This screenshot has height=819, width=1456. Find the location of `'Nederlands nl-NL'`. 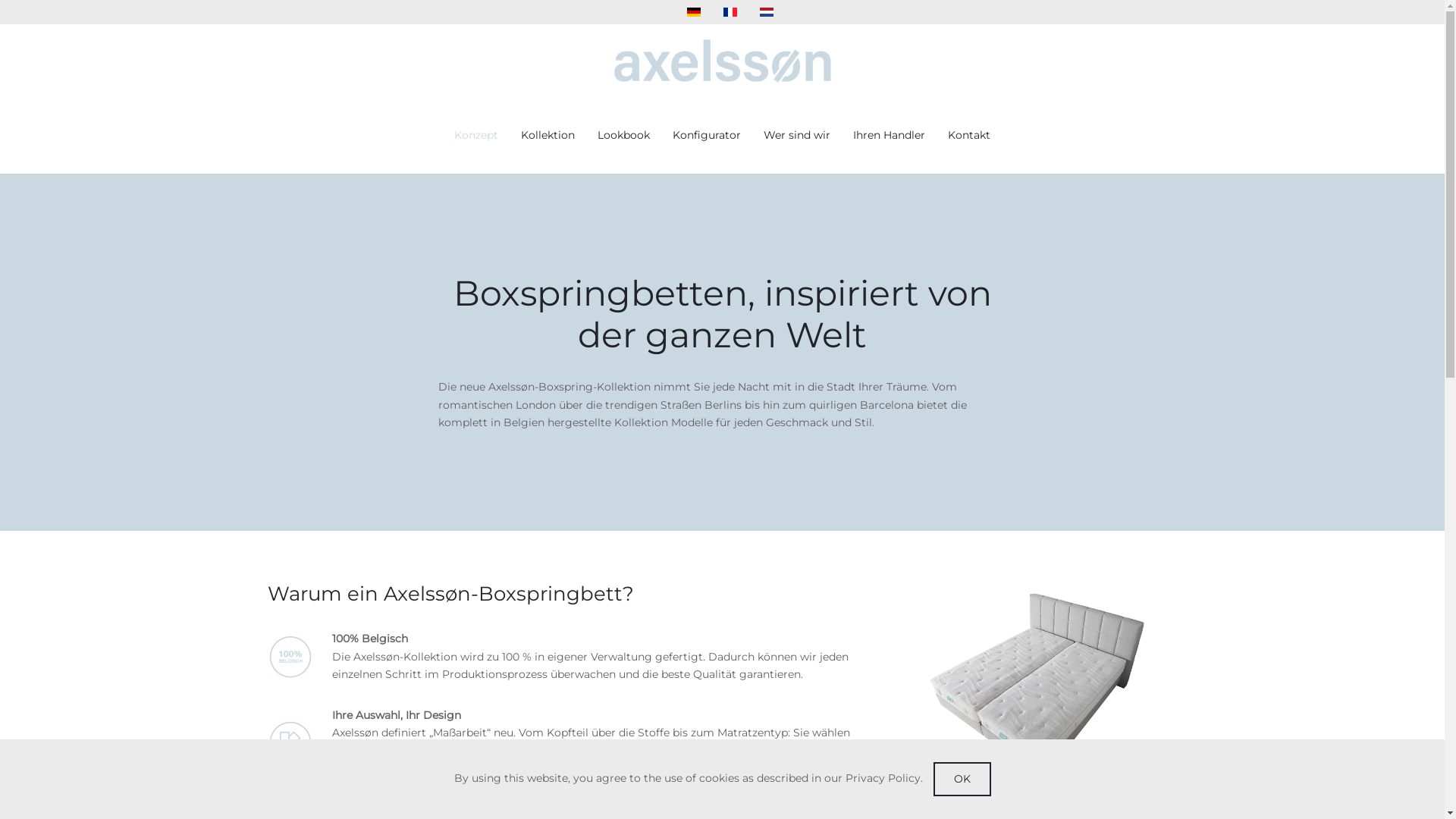

'Nederlands nl-NL' is located at coordinates (767, 11).